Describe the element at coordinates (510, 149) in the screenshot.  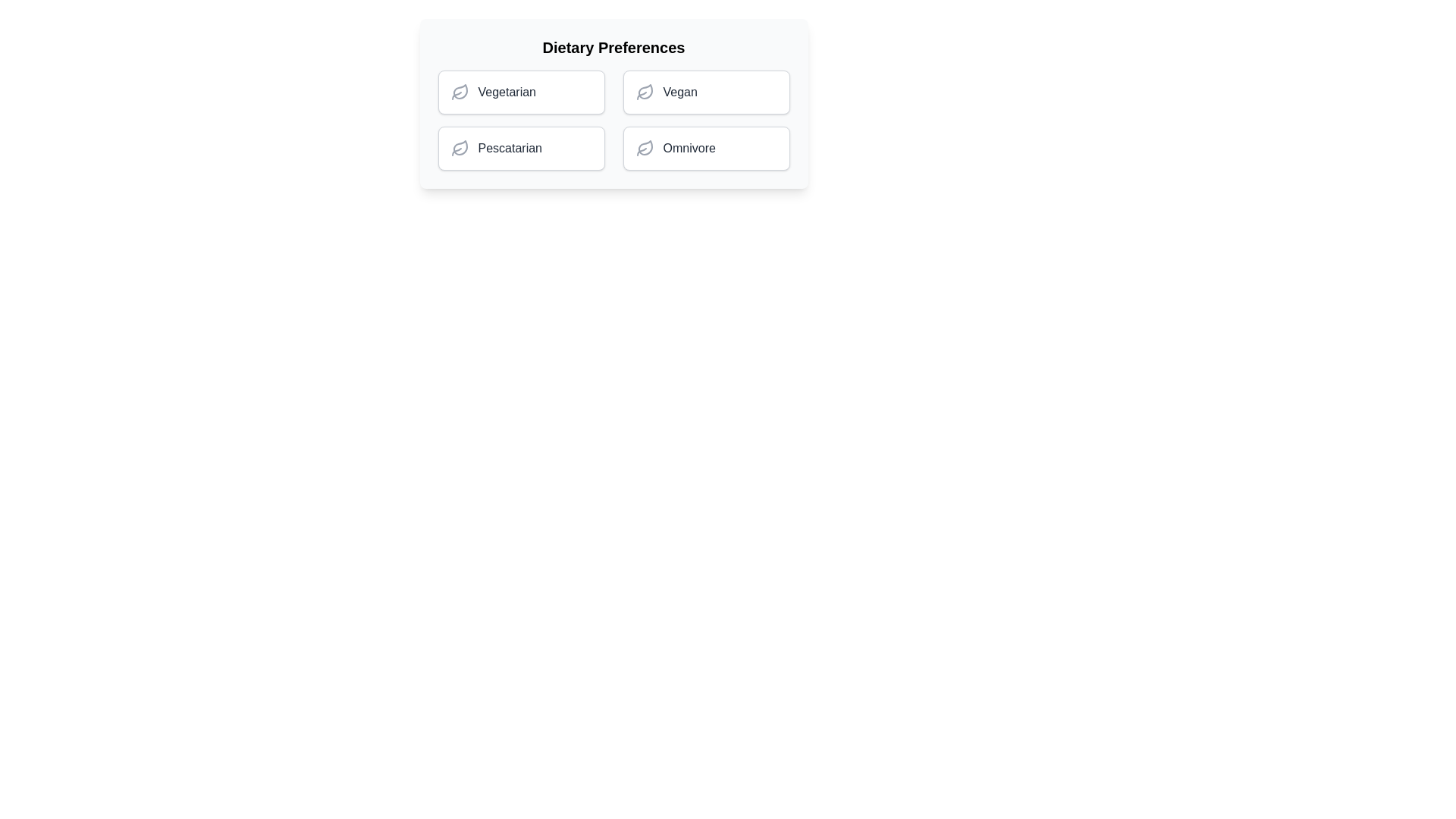
I see `text label indicating the dietary preference 'Pescatarian' within its button, which is the first in the second row of dietary options` at that location.